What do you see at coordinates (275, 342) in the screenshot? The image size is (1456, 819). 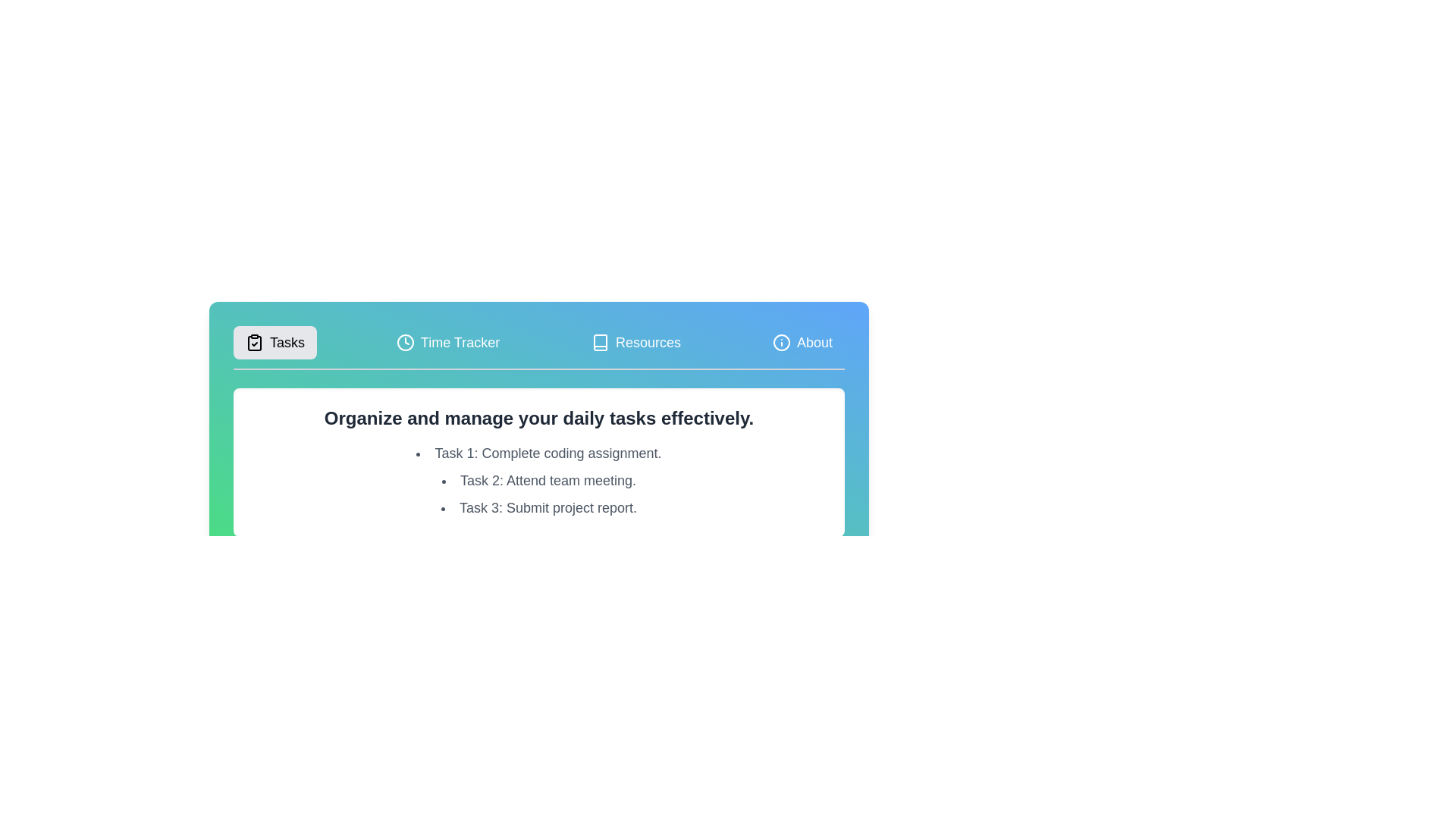 I see `the tab labeled Tasks` at bounding box center [275, 342].